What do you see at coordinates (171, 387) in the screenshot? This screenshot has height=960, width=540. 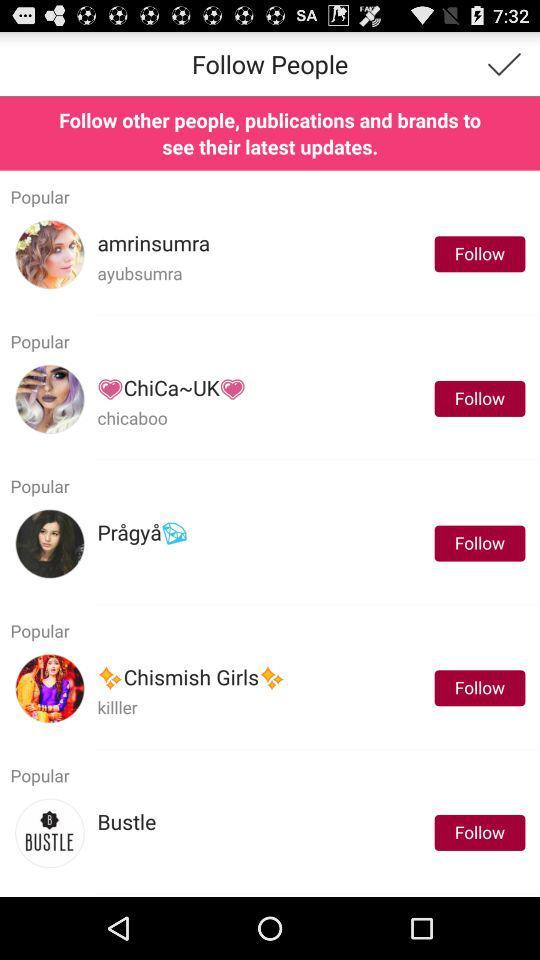 I see `app to the left of follow` at bounding box center [171, 387].